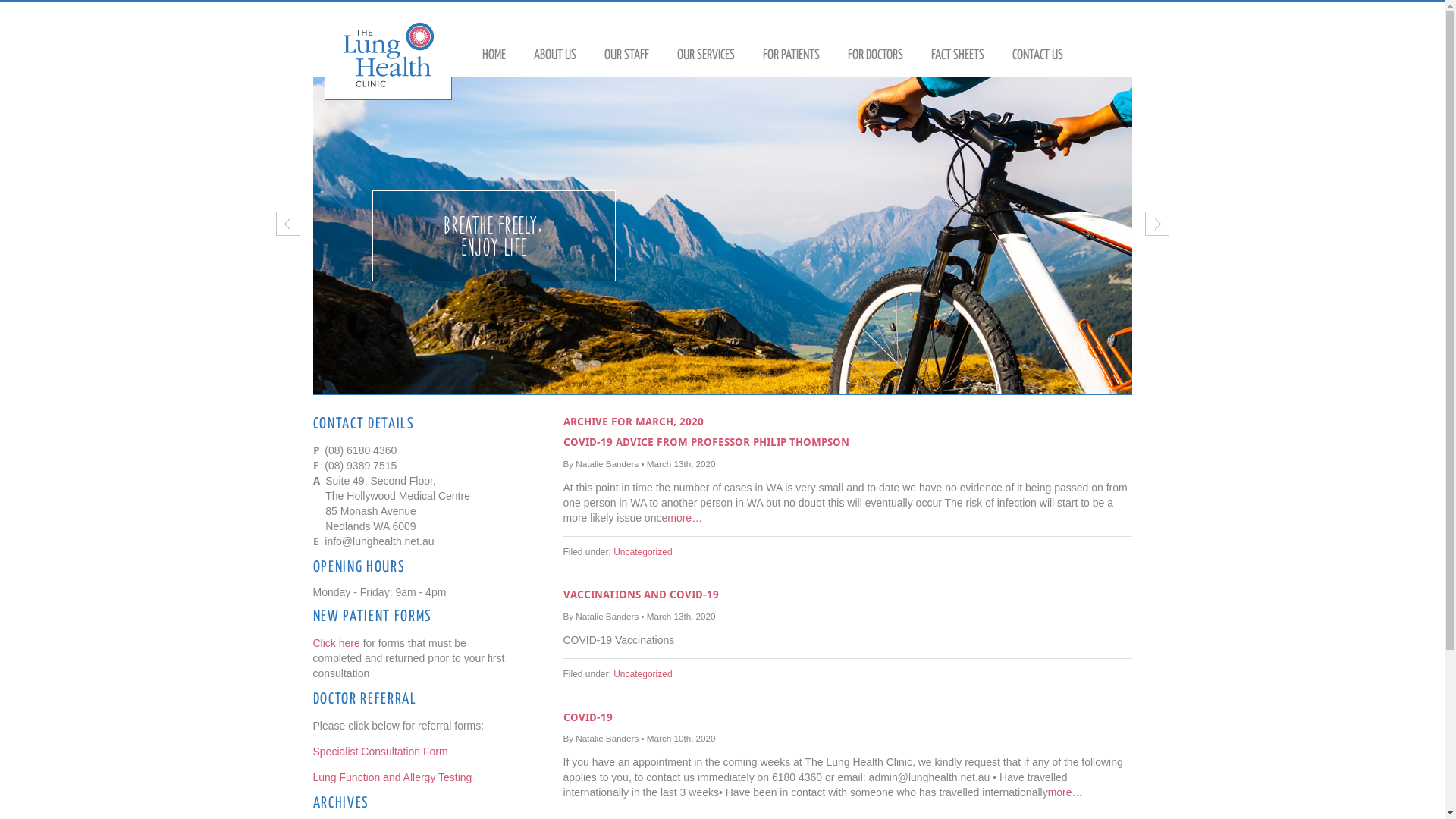  What do you see at coordinates (494, 55) in the screenshot?
I see `'HOME'` at bounding box center [494, 55].